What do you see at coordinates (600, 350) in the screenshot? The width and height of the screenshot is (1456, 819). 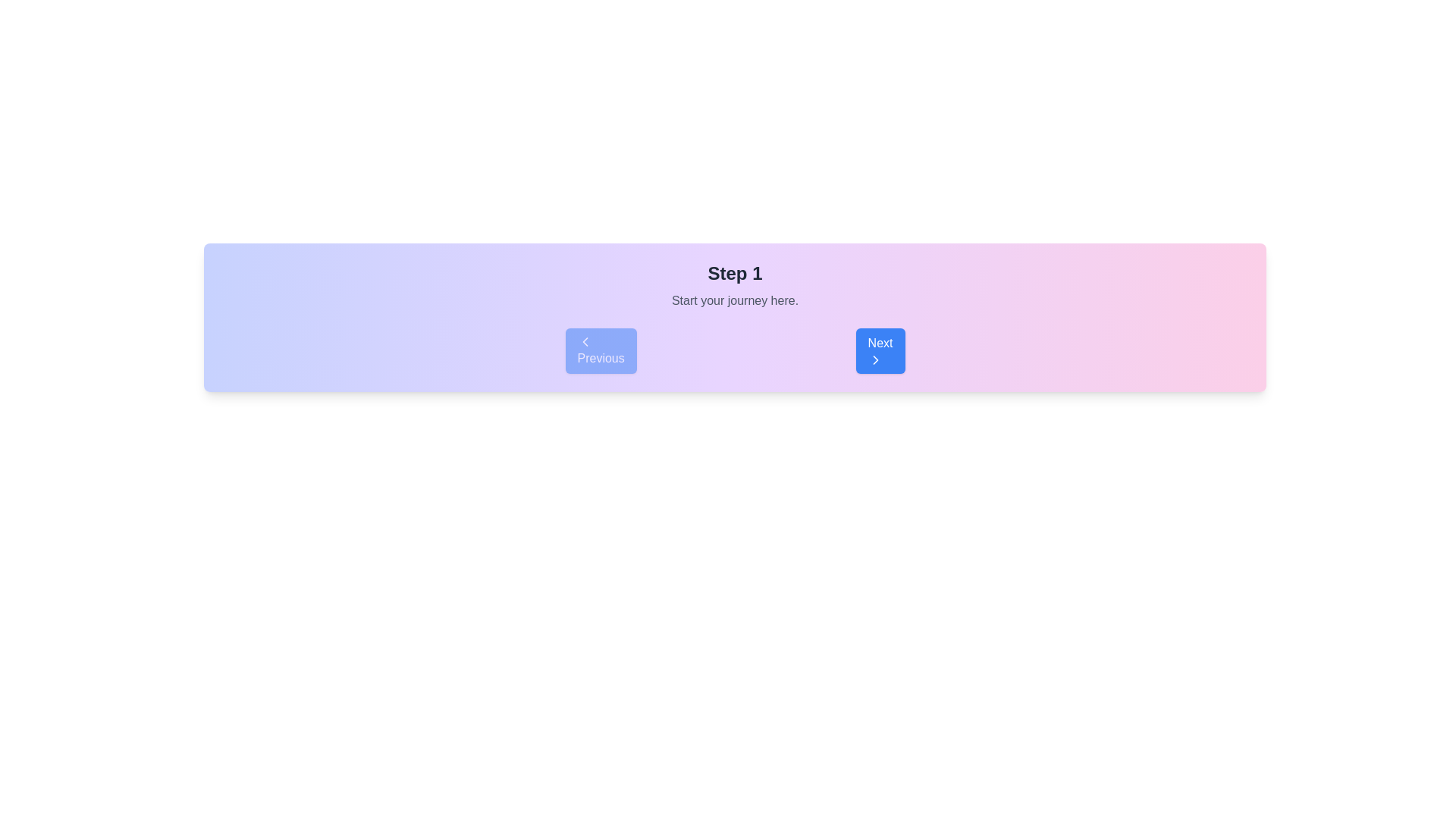 I see `the 'Previous' button, which is a rectangular button with a blue background and white text reading 'Previous', located centrally in the interface, to the left of the 'Next' button` at bounding box center [600, 350].